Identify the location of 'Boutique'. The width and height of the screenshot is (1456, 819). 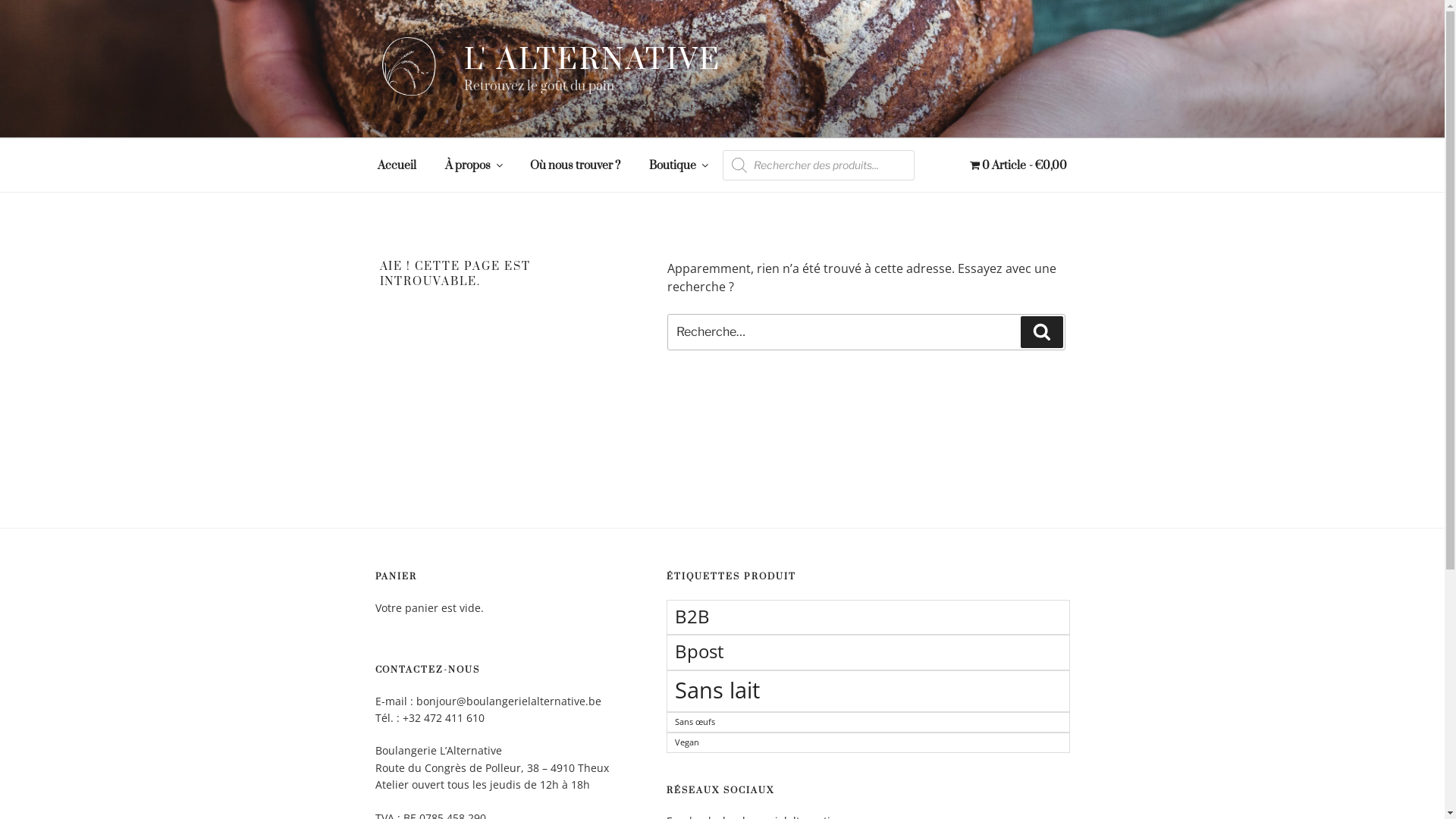
(635, 165).